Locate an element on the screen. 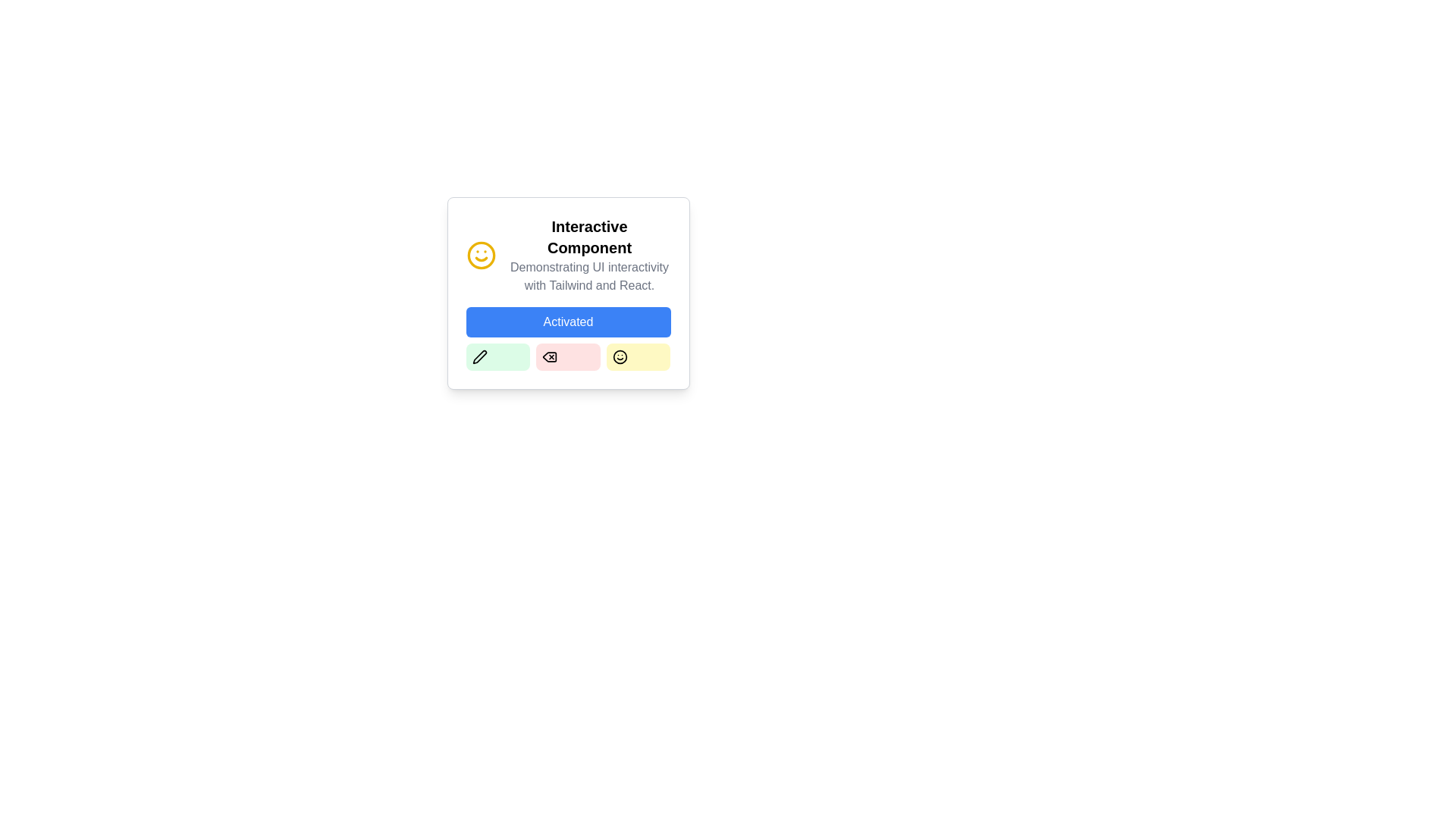 The width and height of the screenshot is (1456, 819). text block displaying the message 'Demonstrating UI interactivity with Tailwind and React.' which appears below the heading 'Interactive Component' in a card-like component is located at coordinates (588, 277).